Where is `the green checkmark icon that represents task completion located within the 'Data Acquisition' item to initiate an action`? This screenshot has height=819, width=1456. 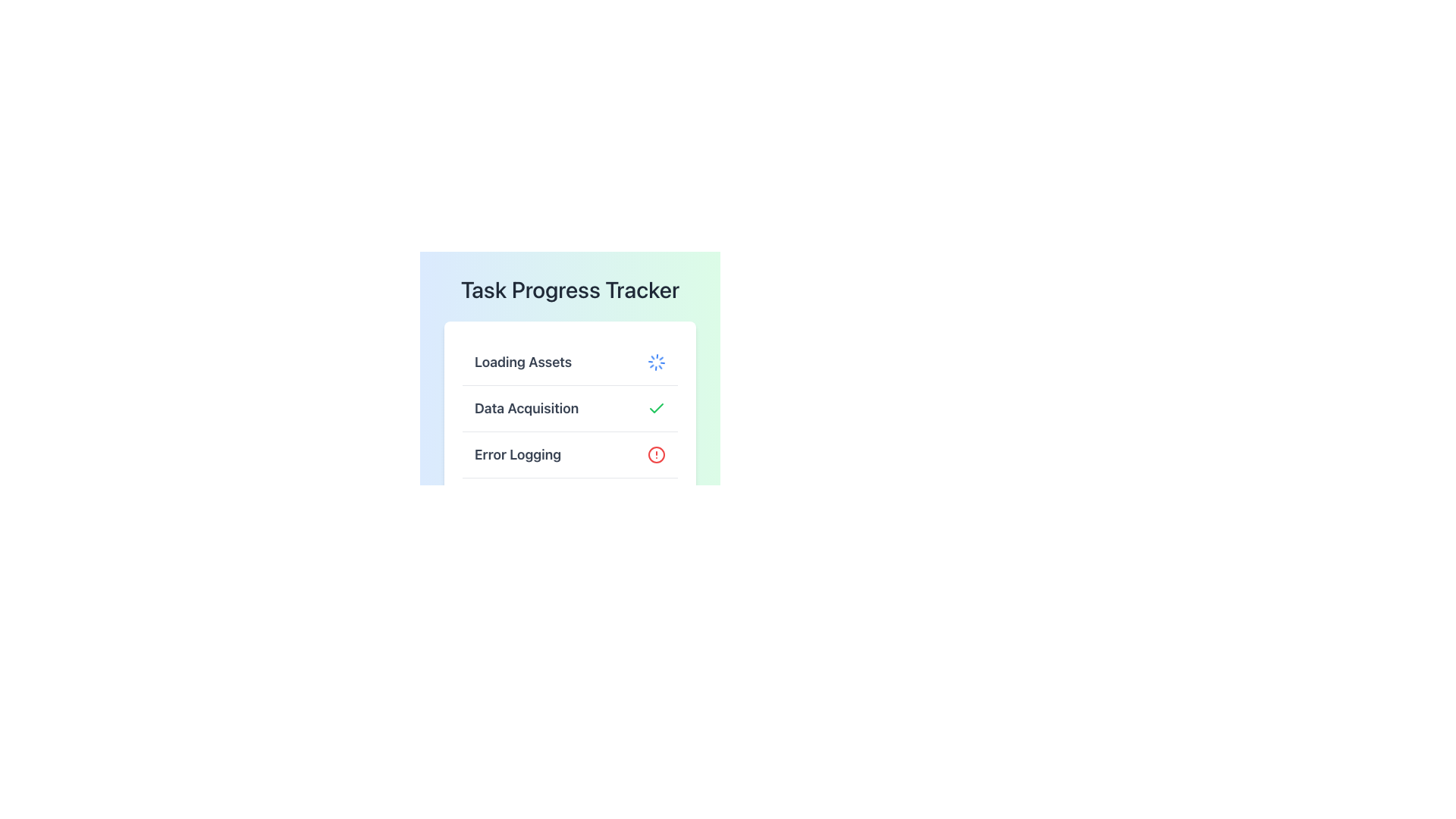 the green checkmark icon that represents task completion located within the 'Data Acquisition' item to initiate an action is located at coordinates (656, 408).